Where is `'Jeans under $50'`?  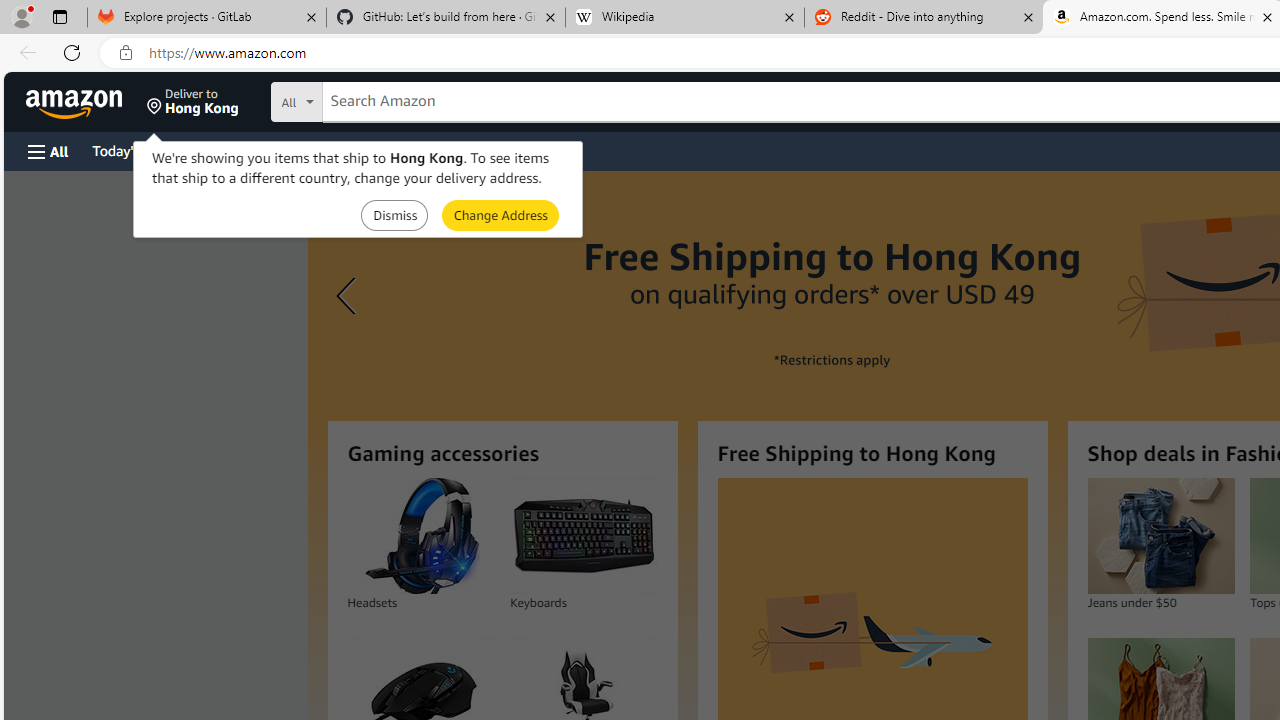
'Jeans under $50' is located at coordinates (1160, 535).